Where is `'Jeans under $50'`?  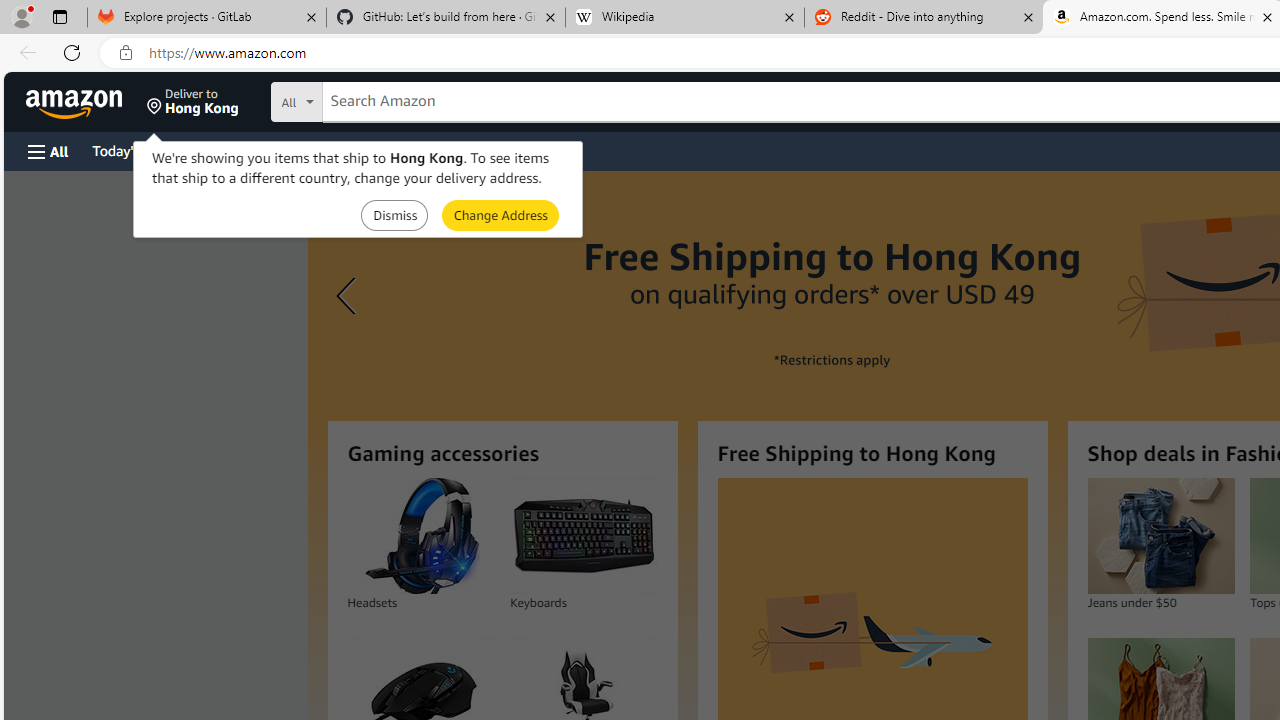
'Jeans under $50' is located at coordinates (1160, 535).